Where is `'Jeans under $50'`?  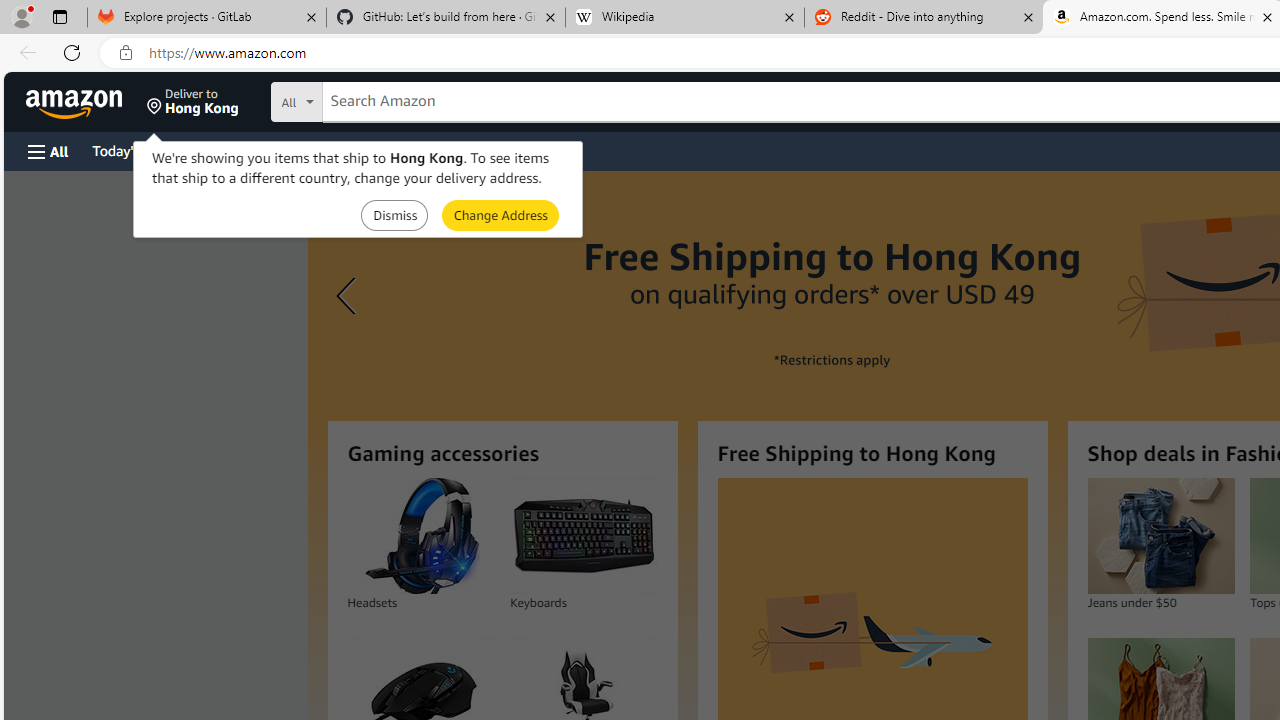
'Jeans under $50' is located at coordinates (1160, 535).